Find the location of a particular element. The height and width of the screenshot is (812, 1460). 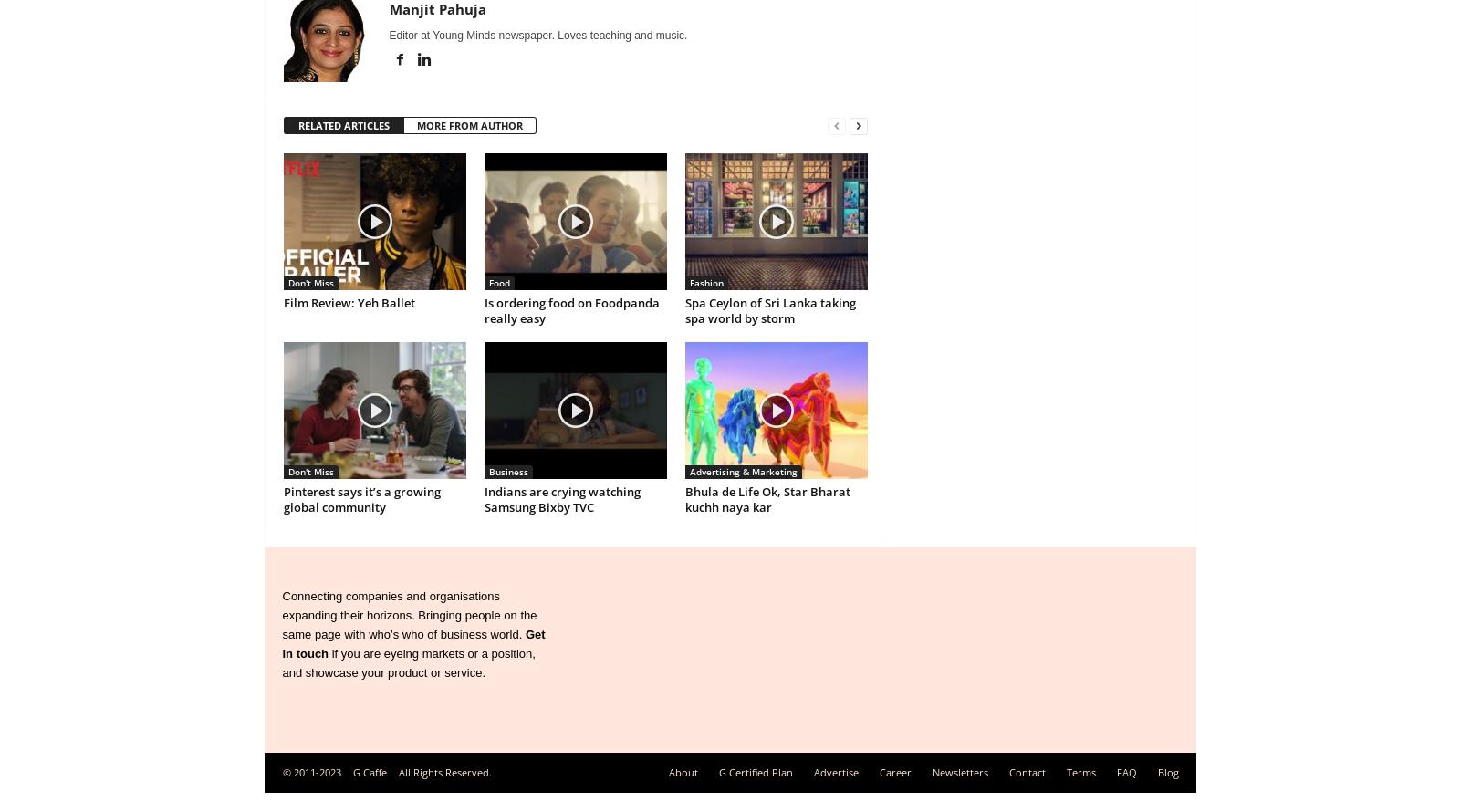

'Terms' is located at coordinates (1080, 771).